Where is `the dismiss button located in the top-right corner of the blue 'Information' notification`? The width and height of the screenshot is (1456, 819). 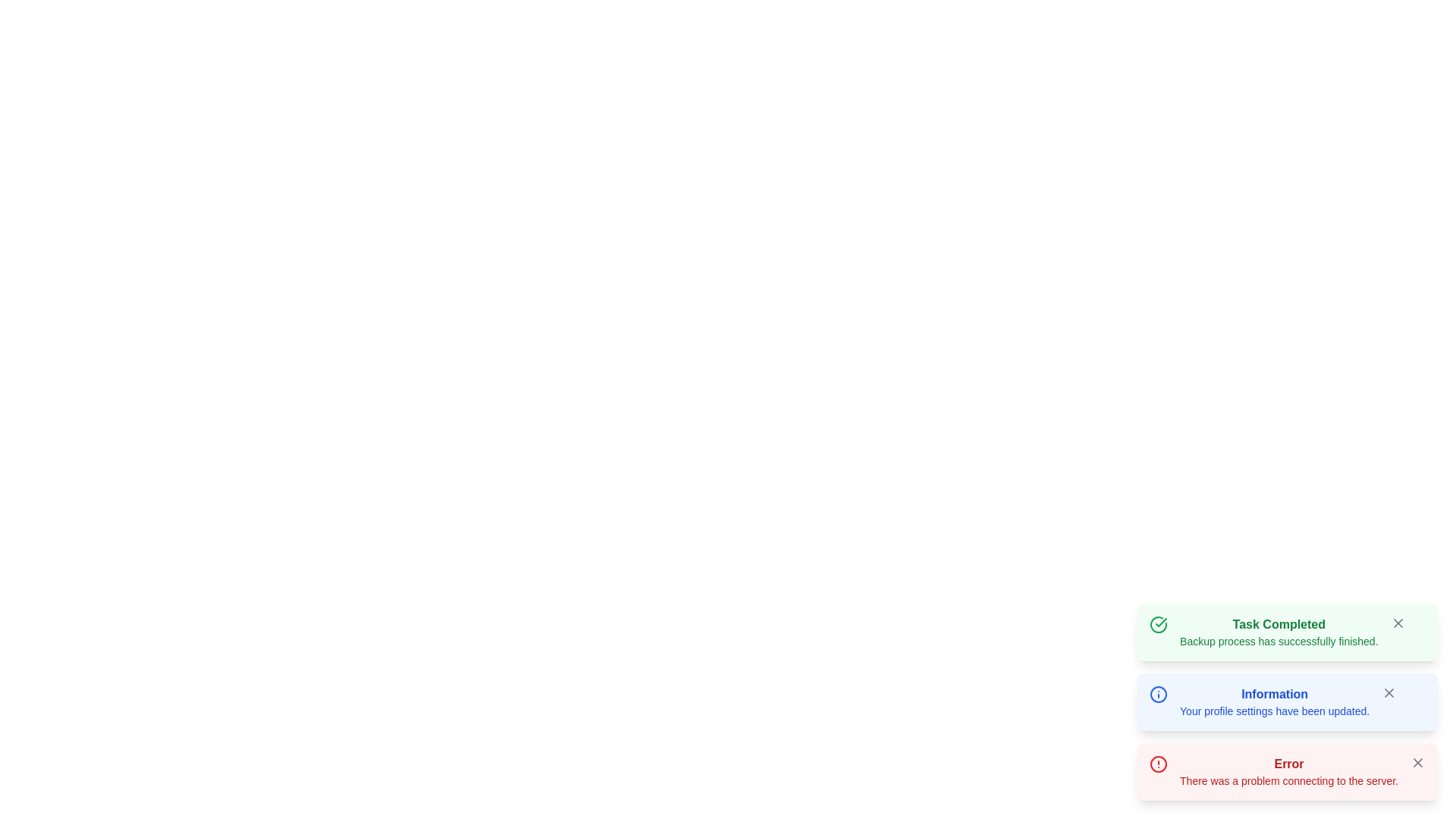 the dismiss button located in the top-right corner of the blue 'Information' notification is located at coordinates (1389, 693).